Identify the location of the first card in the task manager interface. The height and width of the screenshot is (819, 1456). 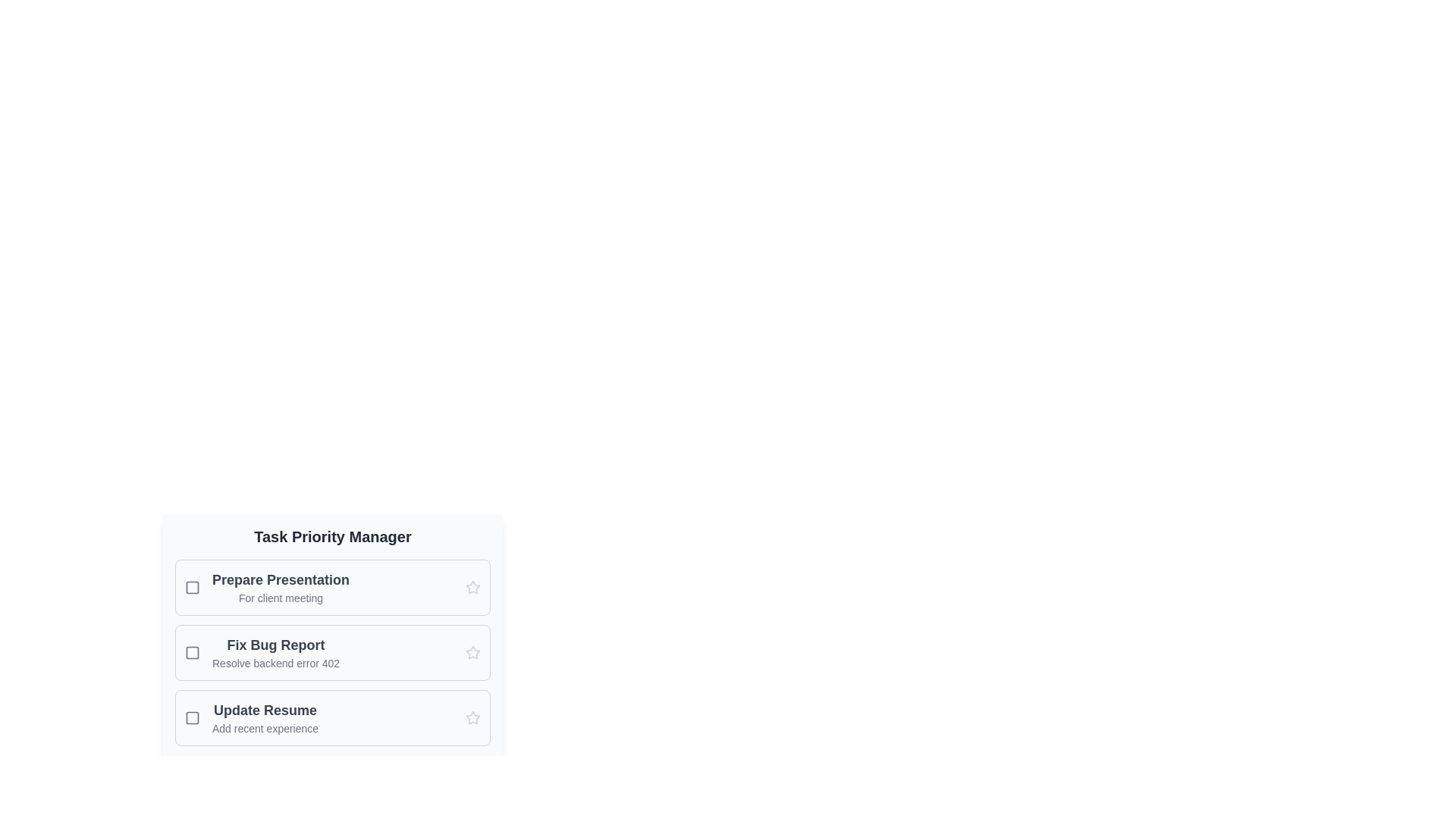
(331, 587).